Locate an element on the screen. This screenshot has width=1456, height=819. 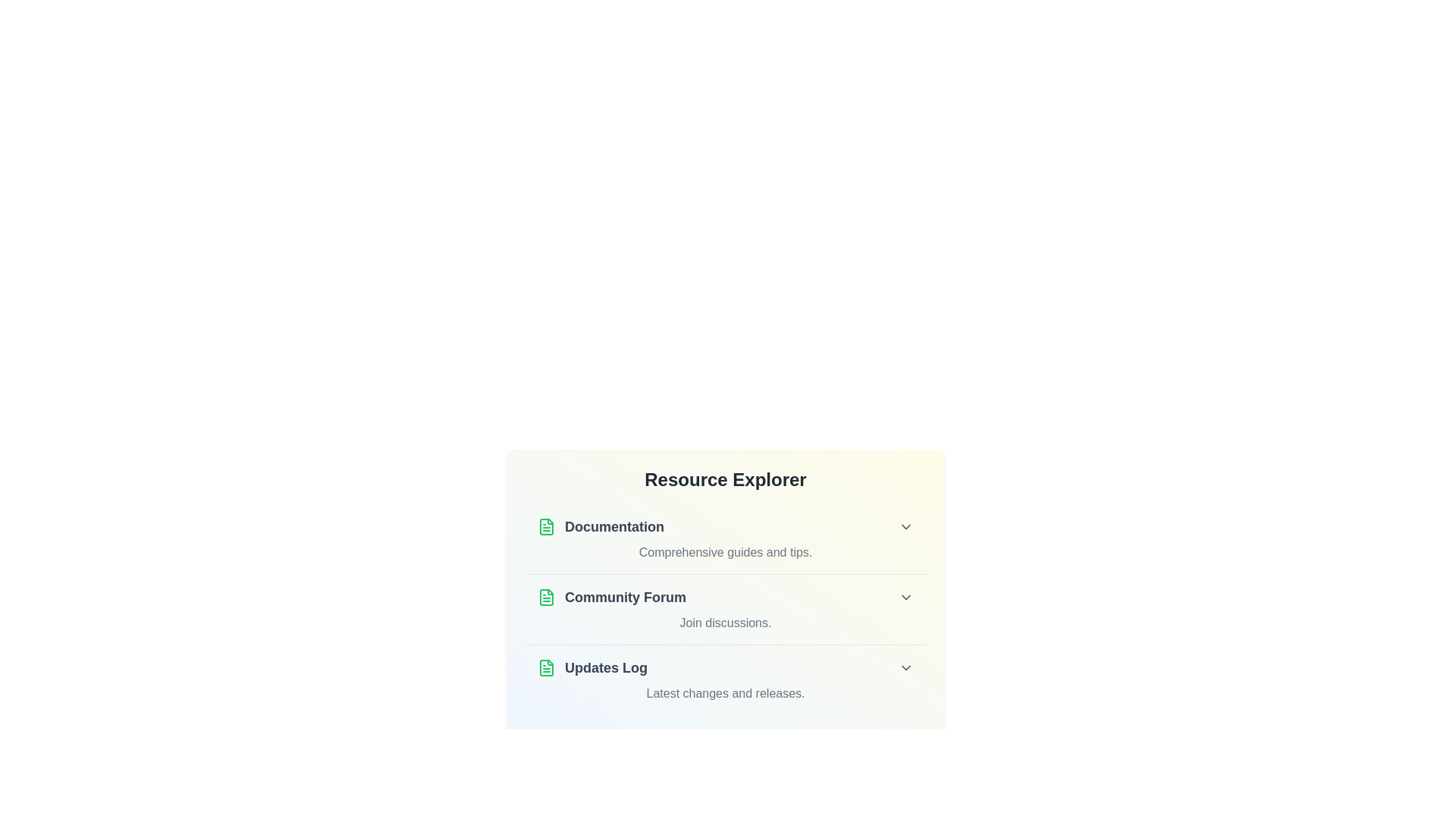
the title Documentation of the list item is located at coordinates (724, 526).